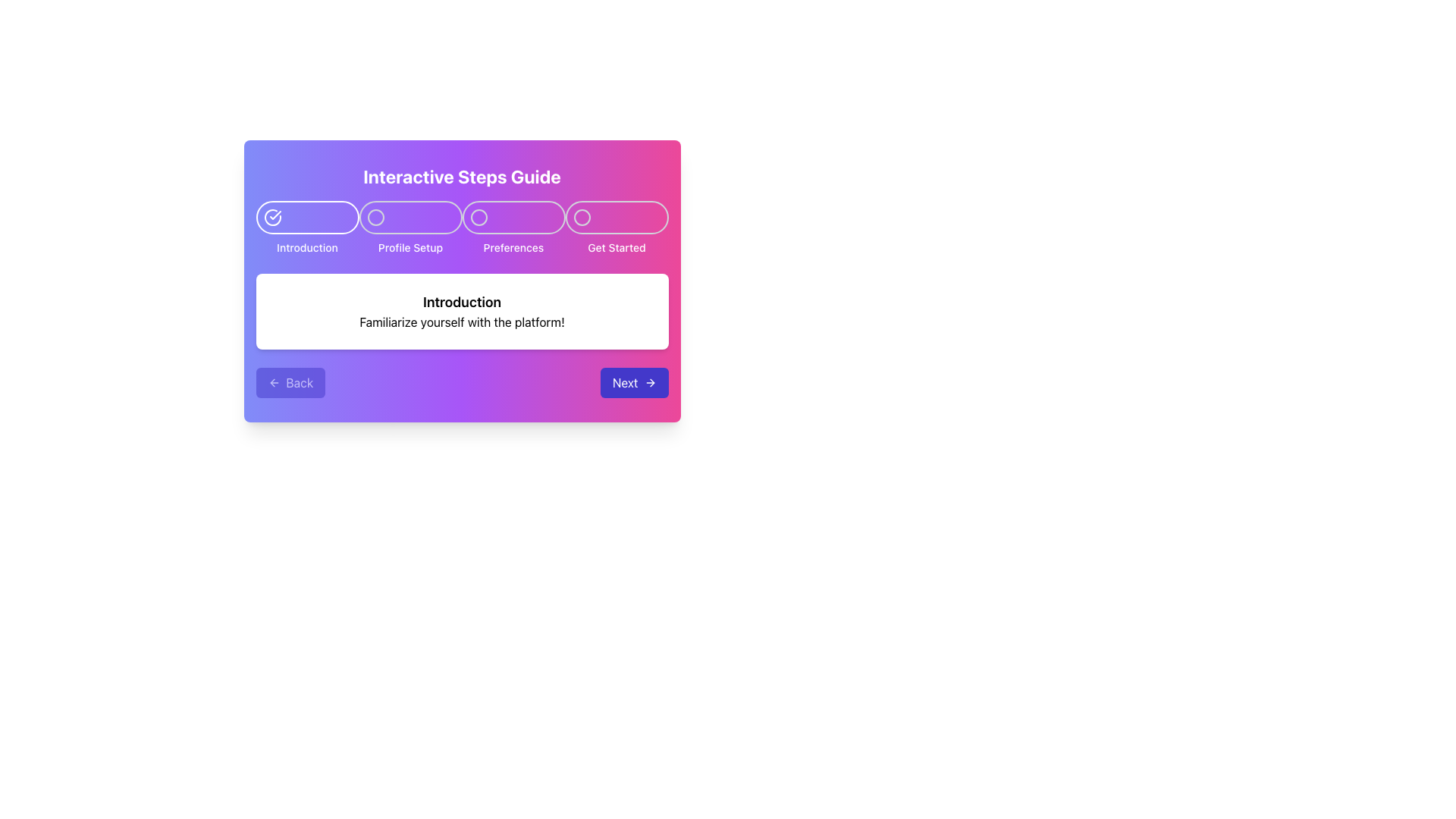 Image resolution: width=1456 pixels, height=819 pixels. Describe the element at coordinates (272, 217) in the screenshot. I see `the completion indication of the first icon in the horizontal sequence of step indicators representing the 'Introduction' step` at that location.